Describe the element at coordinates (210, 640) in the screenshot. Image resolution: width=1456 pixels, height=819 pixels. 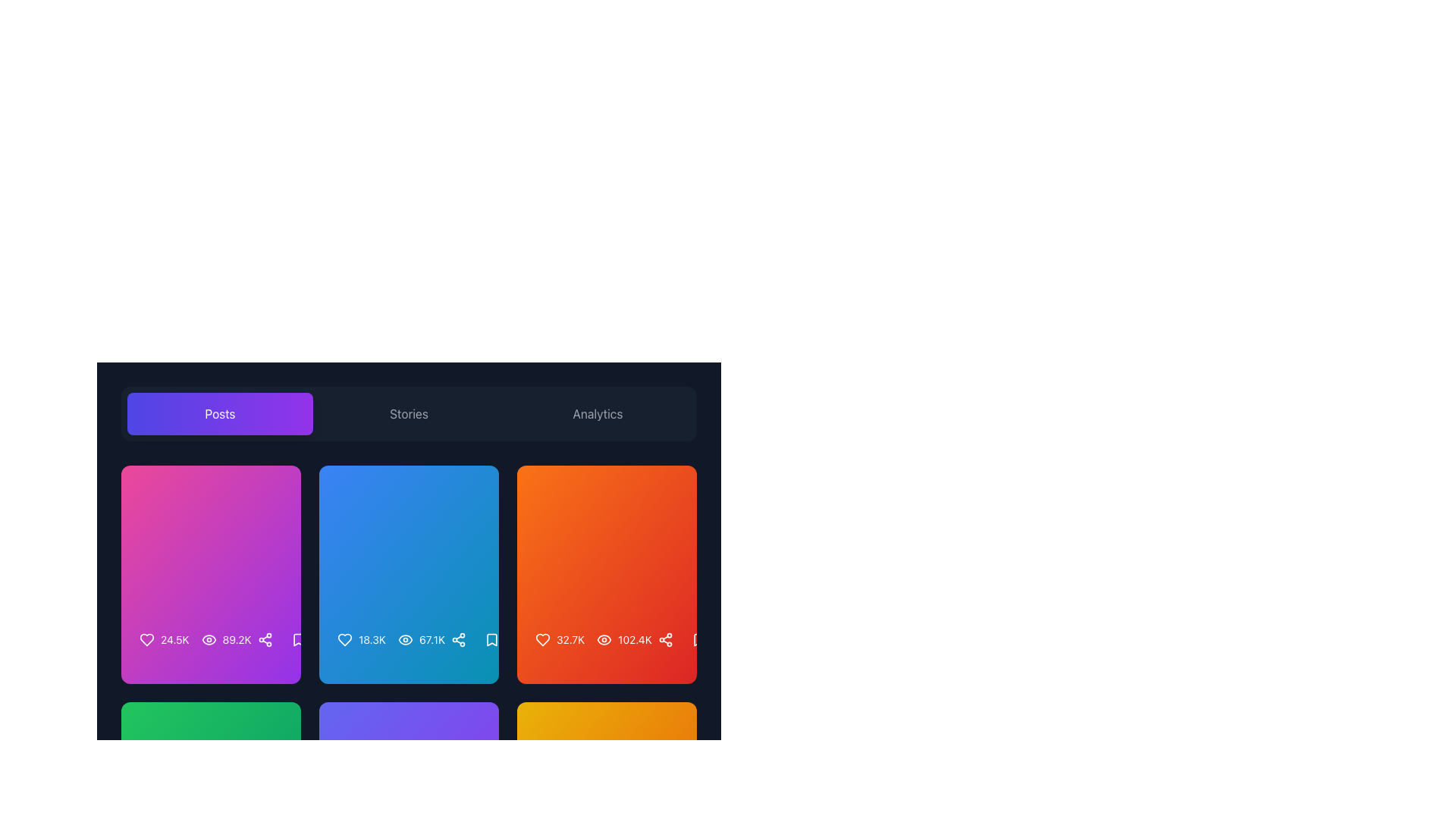
I see `the share icon located in the bottom section of the leftmost card beneath the 'Posts' header to share the content` at that location.